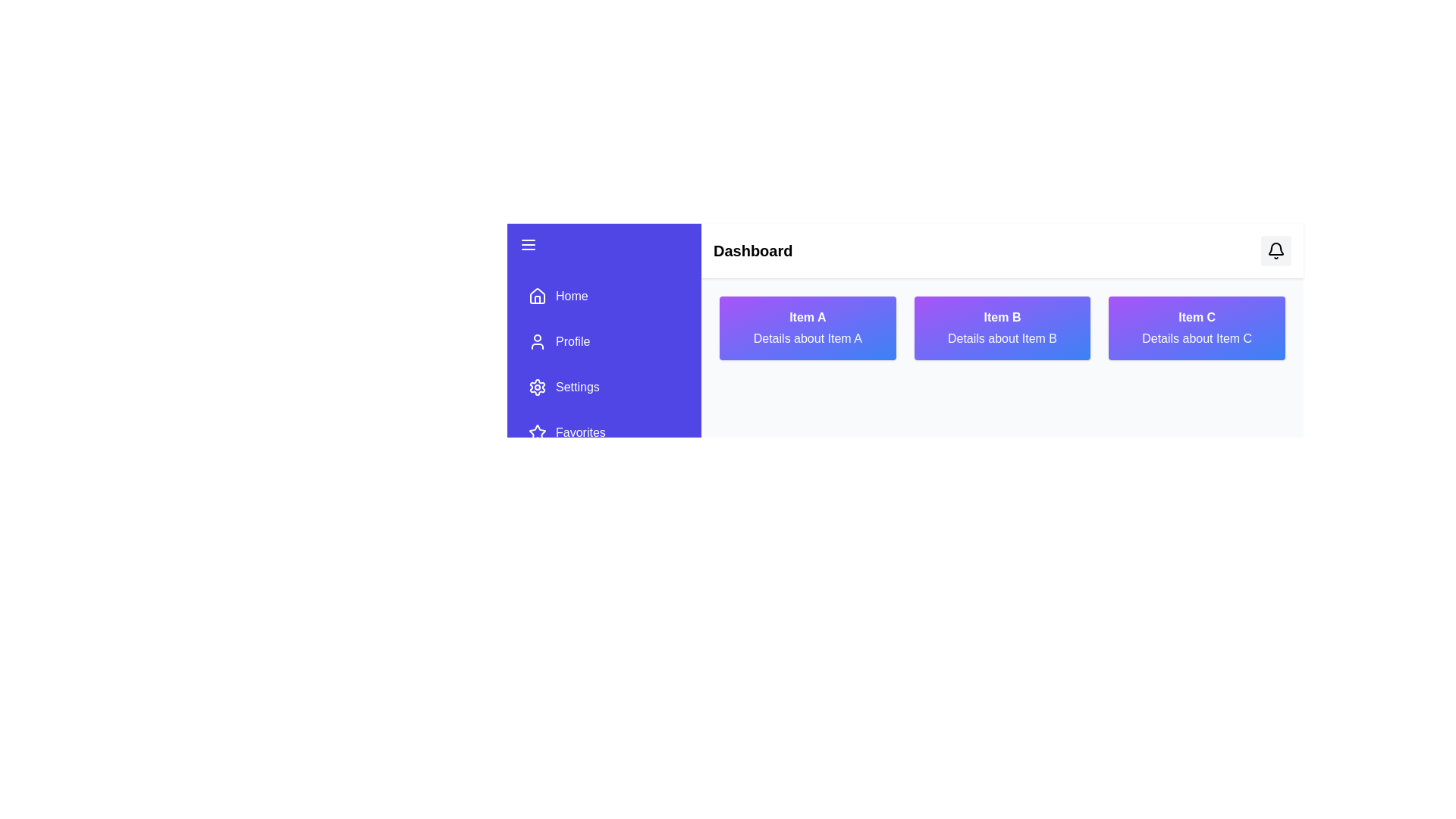 This screenshot has width=1456, height=819. I want to click on the 'Home' icon located in the left-side navigation menu, which serves as a visual representation of the current section, so click(538, 295).